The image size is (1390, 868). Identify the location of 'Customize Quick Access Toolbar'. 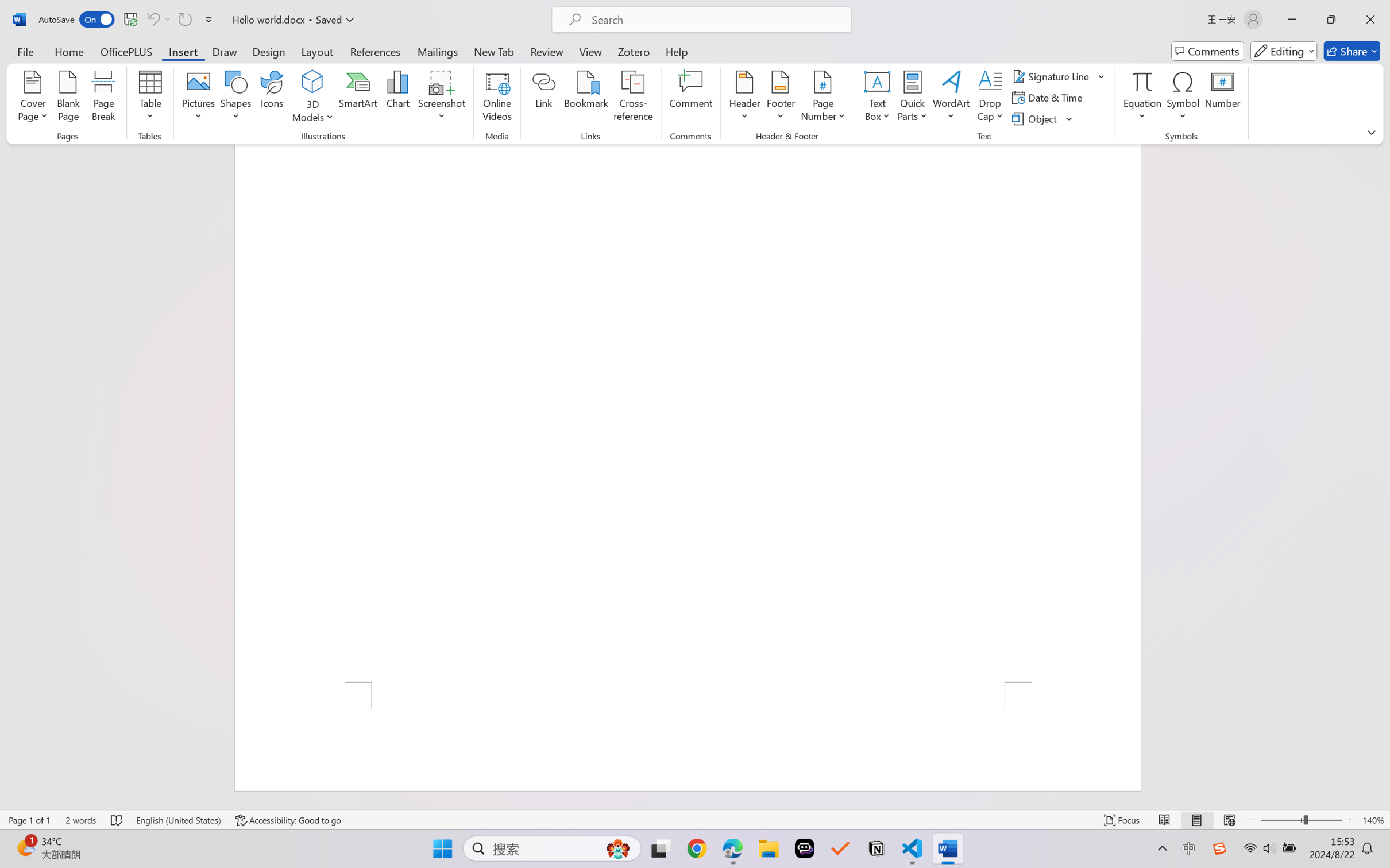
(208, 19).